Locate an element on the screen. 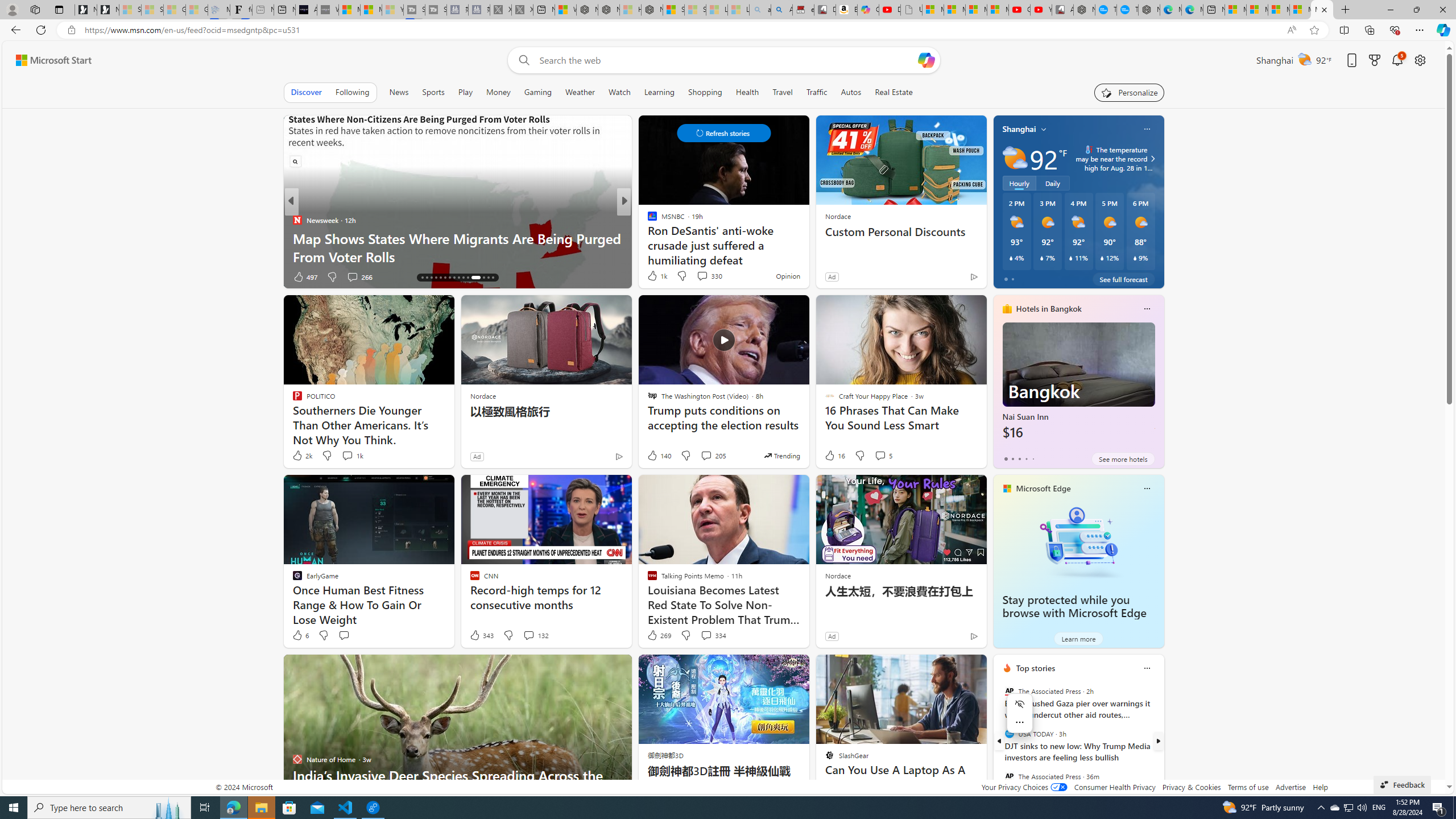  'Hide this story' is located at coordinates (953, 668).